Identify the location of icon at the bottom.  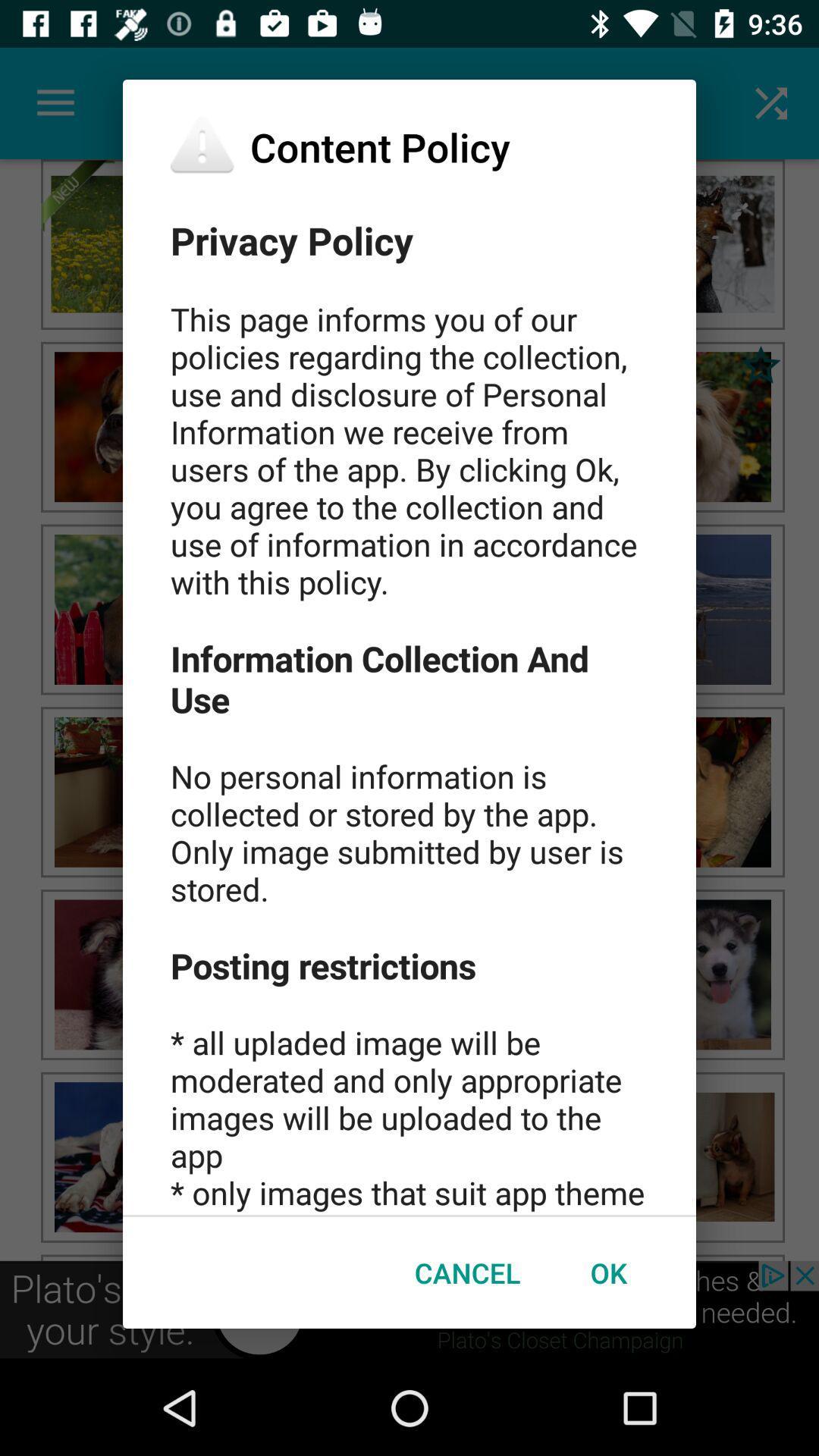
(466, 1272).